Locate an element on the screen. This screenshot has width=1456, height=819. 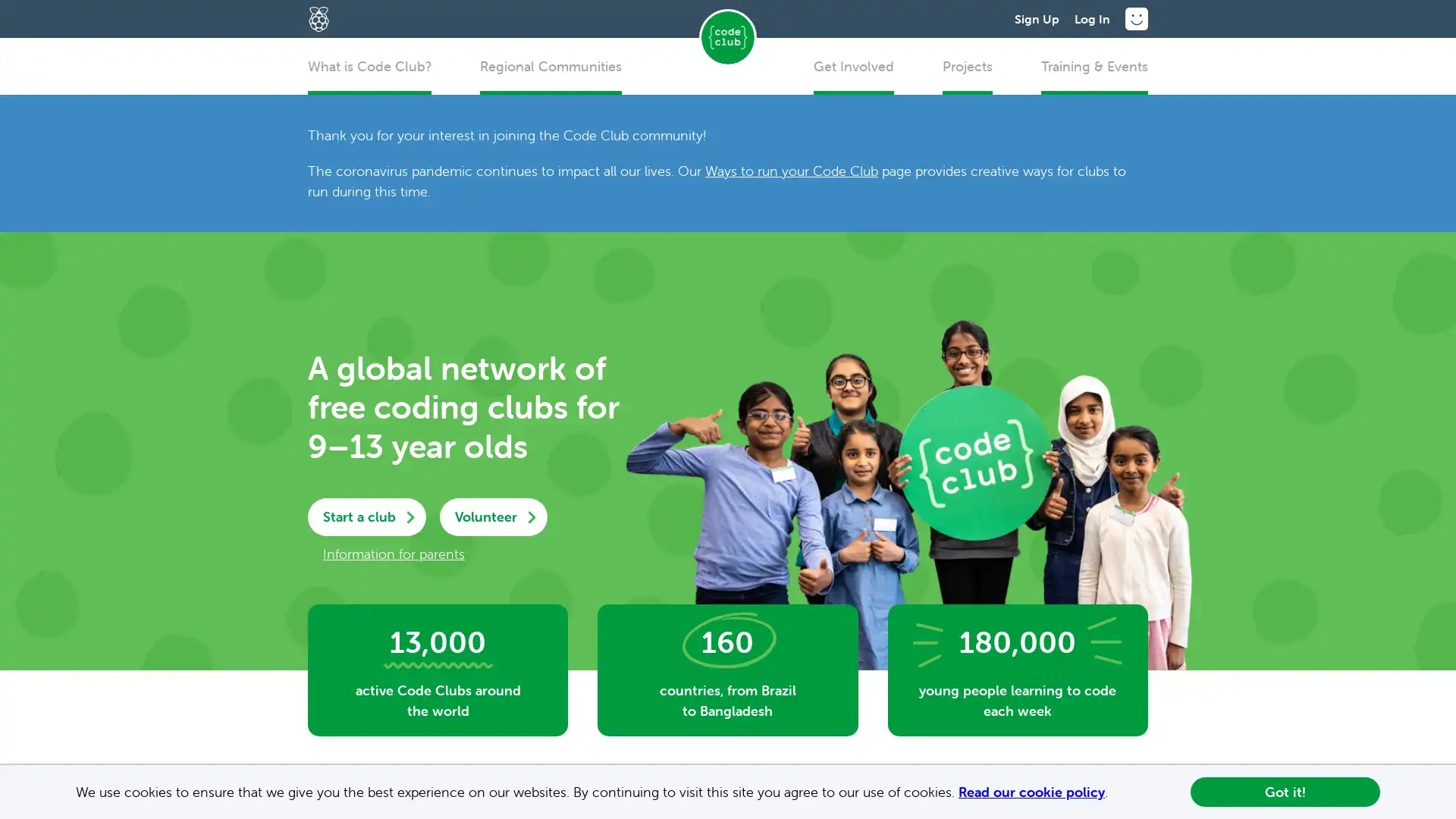
dismiss cookie message is located at coordinates (1284, 791).